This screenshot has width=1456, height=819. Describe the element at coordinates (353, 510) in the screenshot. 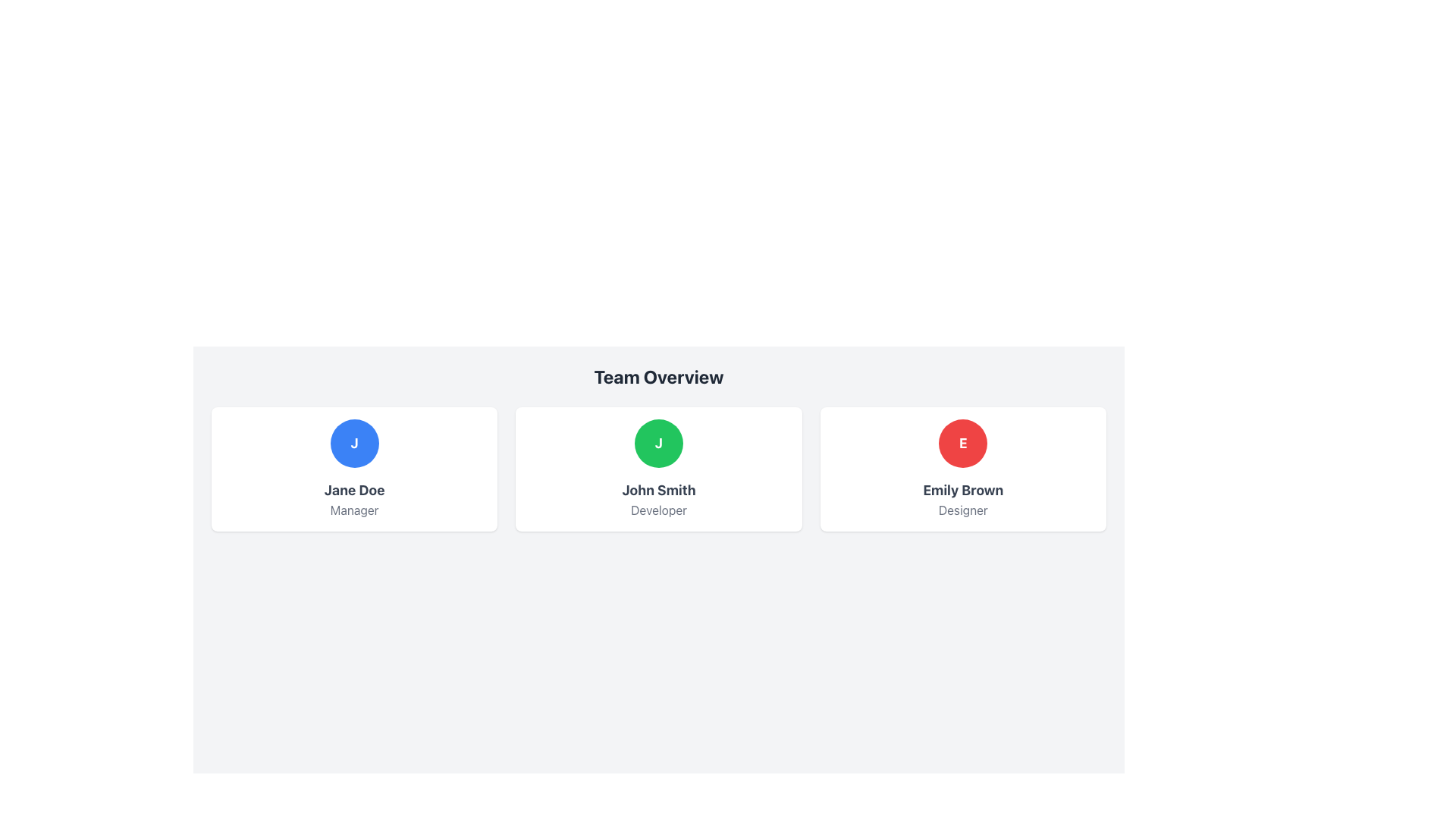

I see `the text label indicating the role or position of 'Jane Doe', which is centrally located within the card beneath her name` at that location.